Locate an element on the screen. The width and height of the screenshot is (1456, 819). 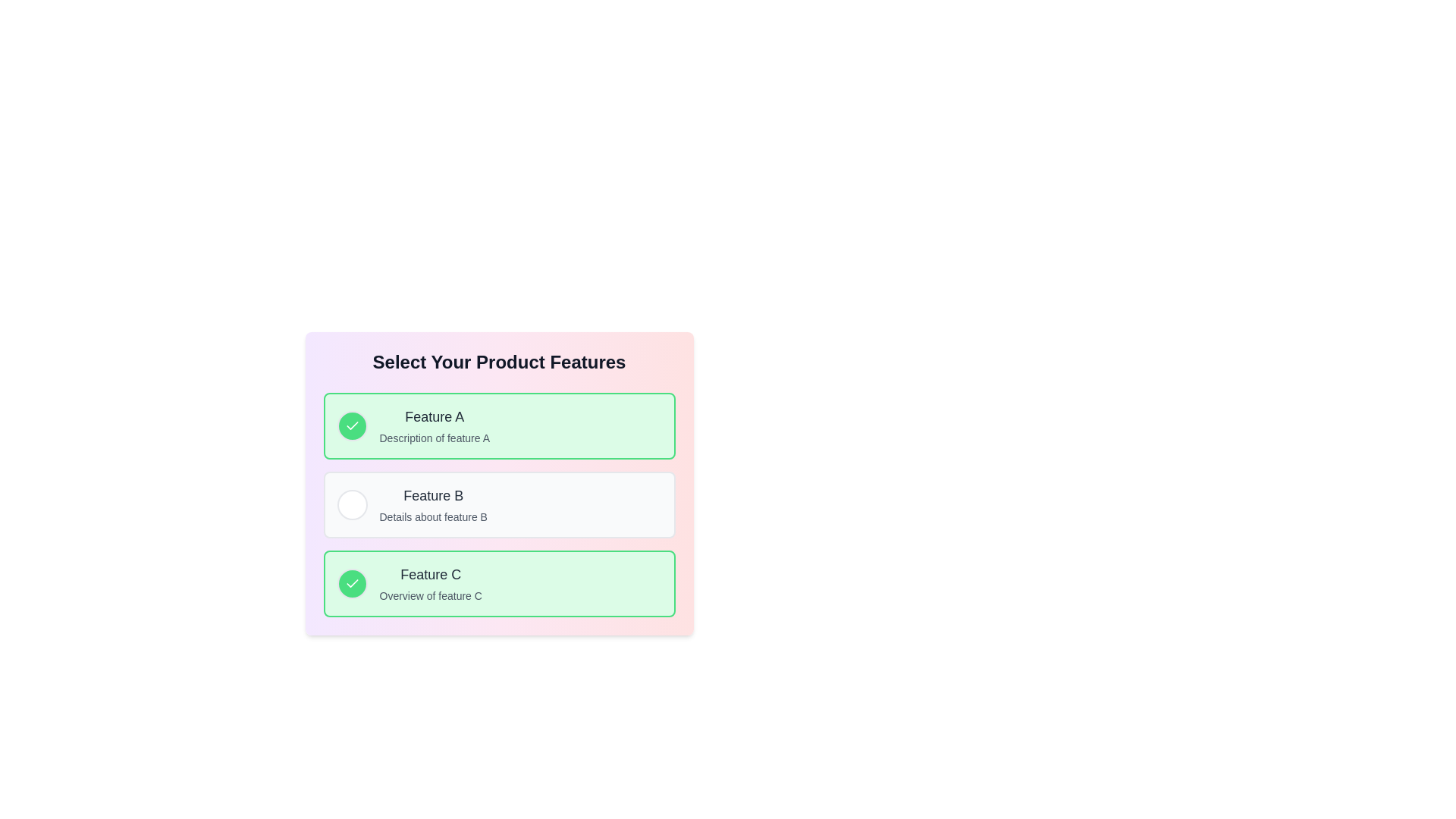
text label 'Feature B', which is prominently styled in dark gray on a white background, located below 'Feature A' and above 'Feature C' is located at coordinates (432, 496).